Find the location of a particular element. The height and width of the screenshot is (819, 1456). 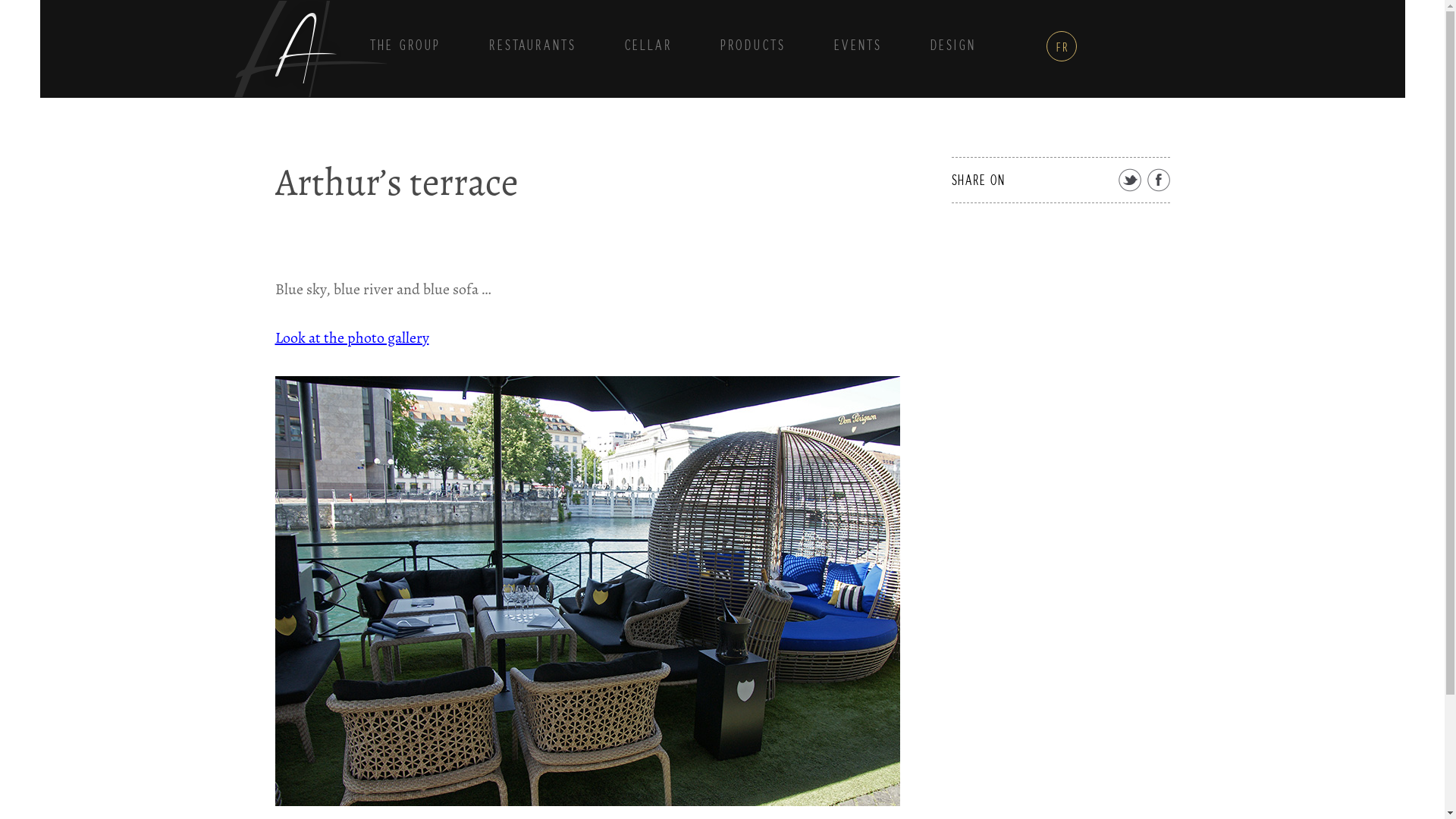

'THE GROUP' is located at coordinates (405, 45).